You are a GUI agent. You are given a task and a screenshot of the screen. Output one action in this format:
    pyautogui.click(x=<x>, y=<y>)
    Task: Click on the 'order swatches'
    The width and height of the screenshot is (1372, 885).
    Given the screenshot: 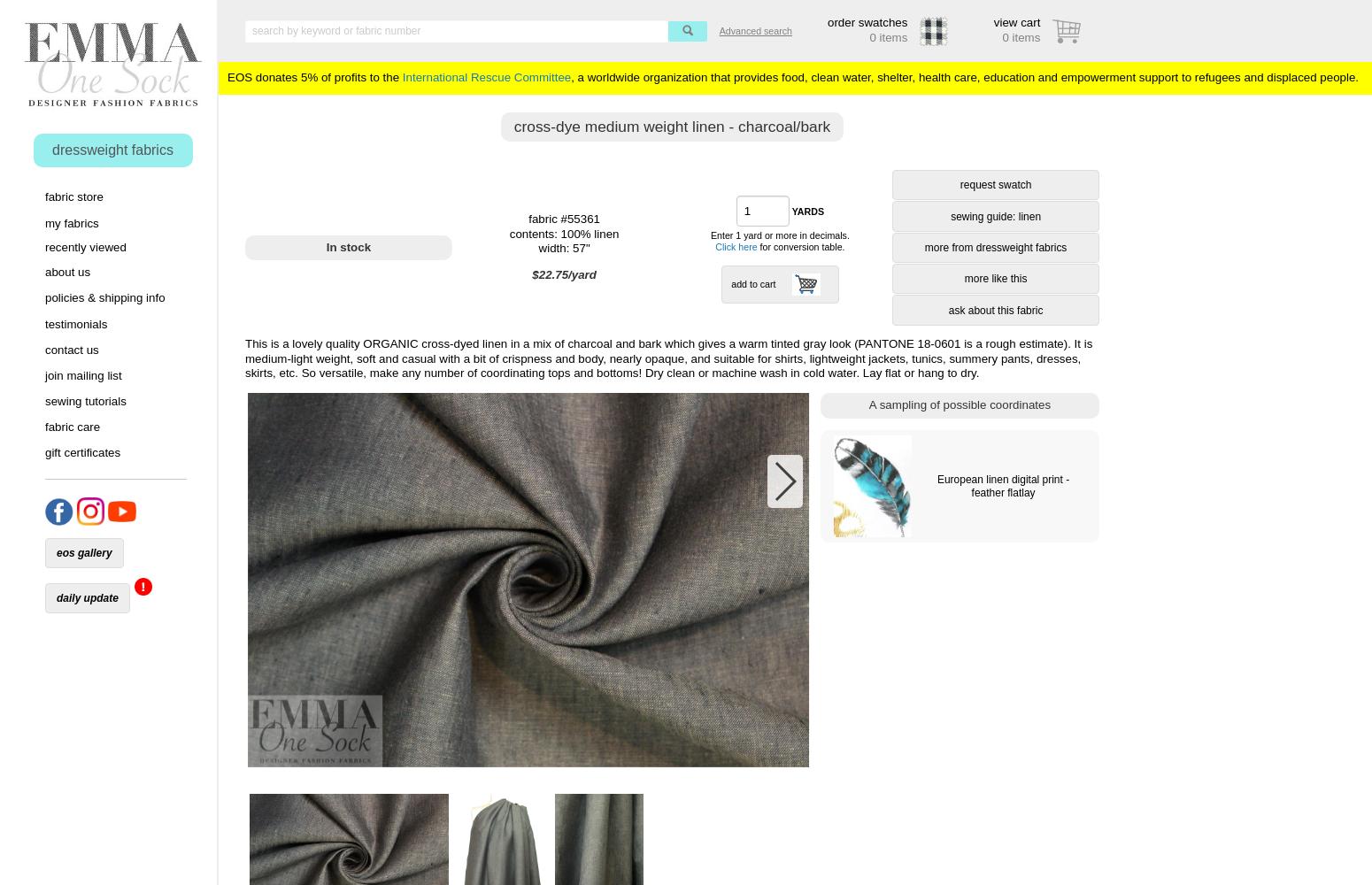 What is the action you would take?
    pyautogui.click(x=867, y=22)
    